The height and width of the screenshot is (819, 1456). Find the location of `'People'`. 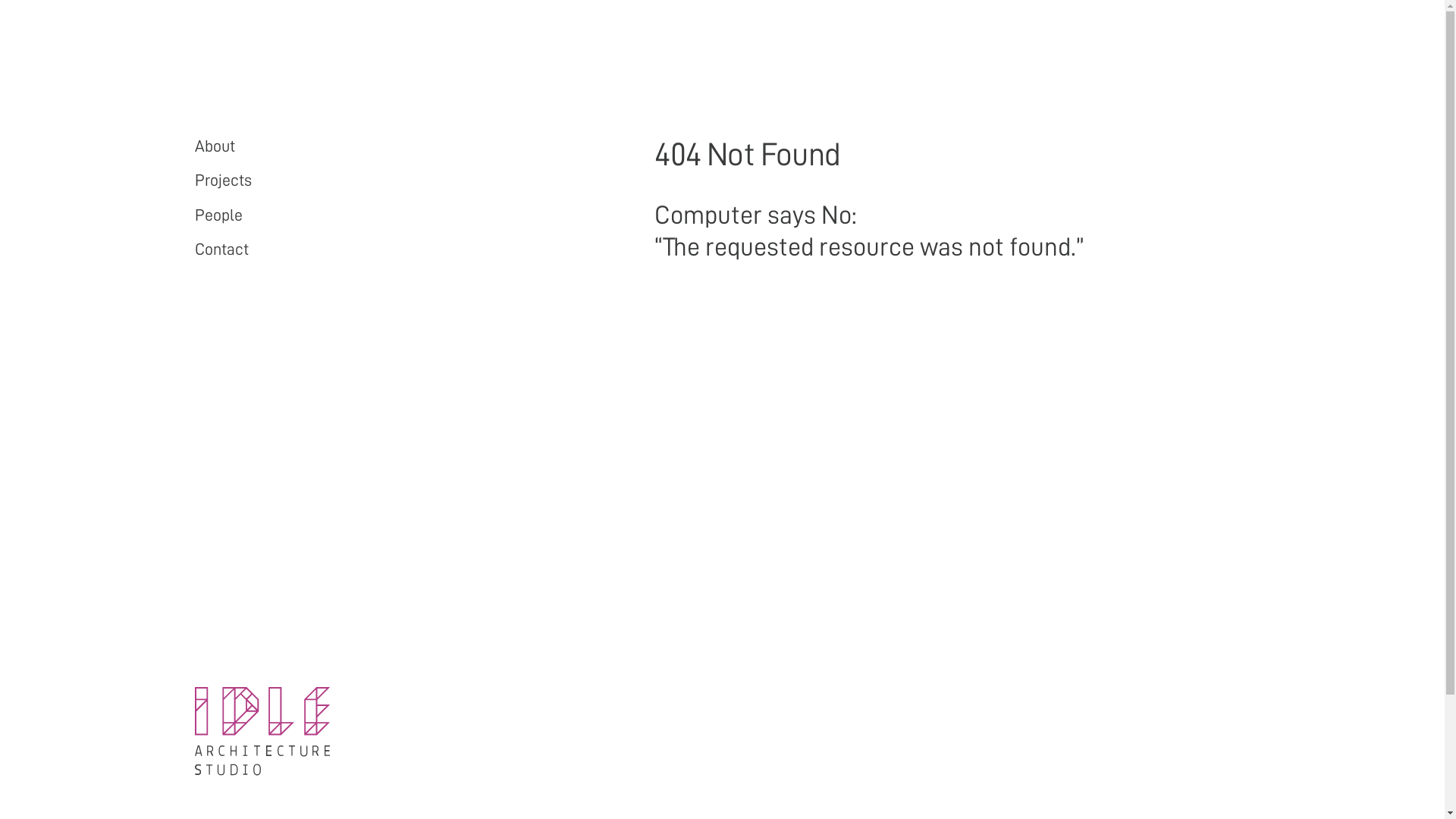

'People' is located at coordinates (217, 215).